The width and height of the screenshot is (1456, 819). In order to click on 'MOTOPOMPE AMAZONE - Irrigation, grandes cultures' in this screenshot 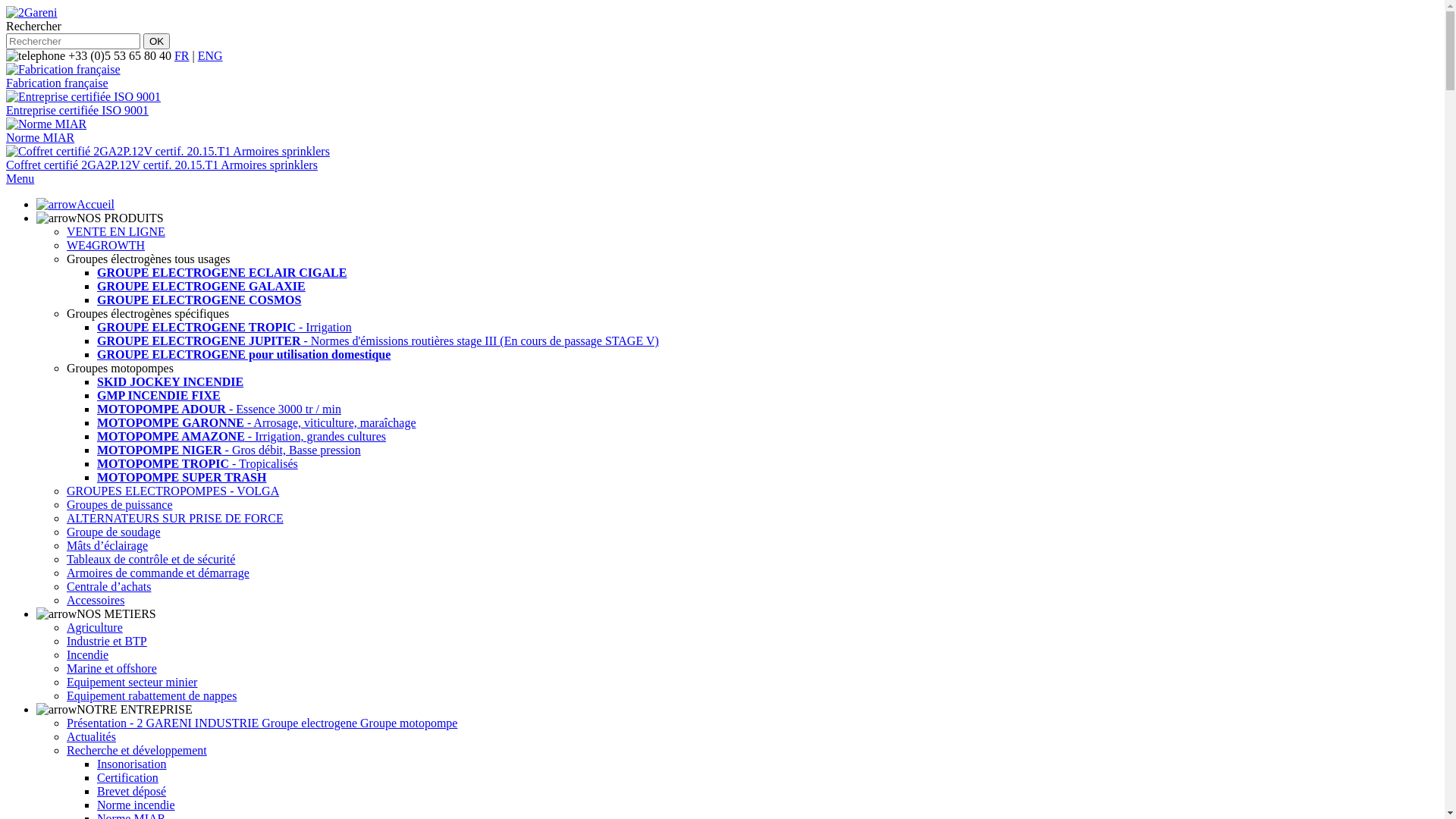, I will do `click(240, 436)`.